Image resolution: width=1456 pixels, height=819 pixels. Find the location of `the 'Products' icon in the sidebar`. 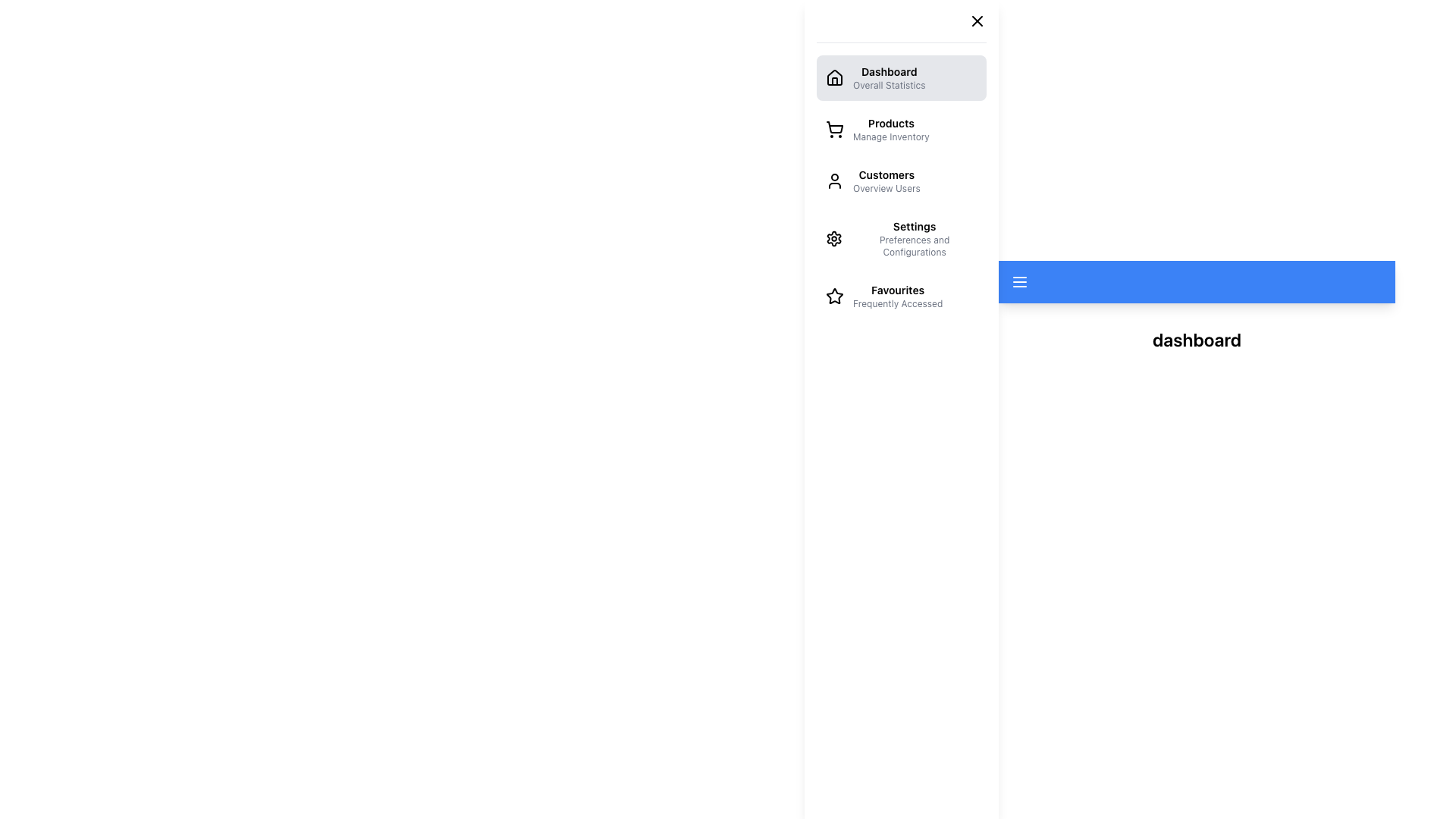

the 'Products' icon in the sidebar is located at coordinates (833, 127).